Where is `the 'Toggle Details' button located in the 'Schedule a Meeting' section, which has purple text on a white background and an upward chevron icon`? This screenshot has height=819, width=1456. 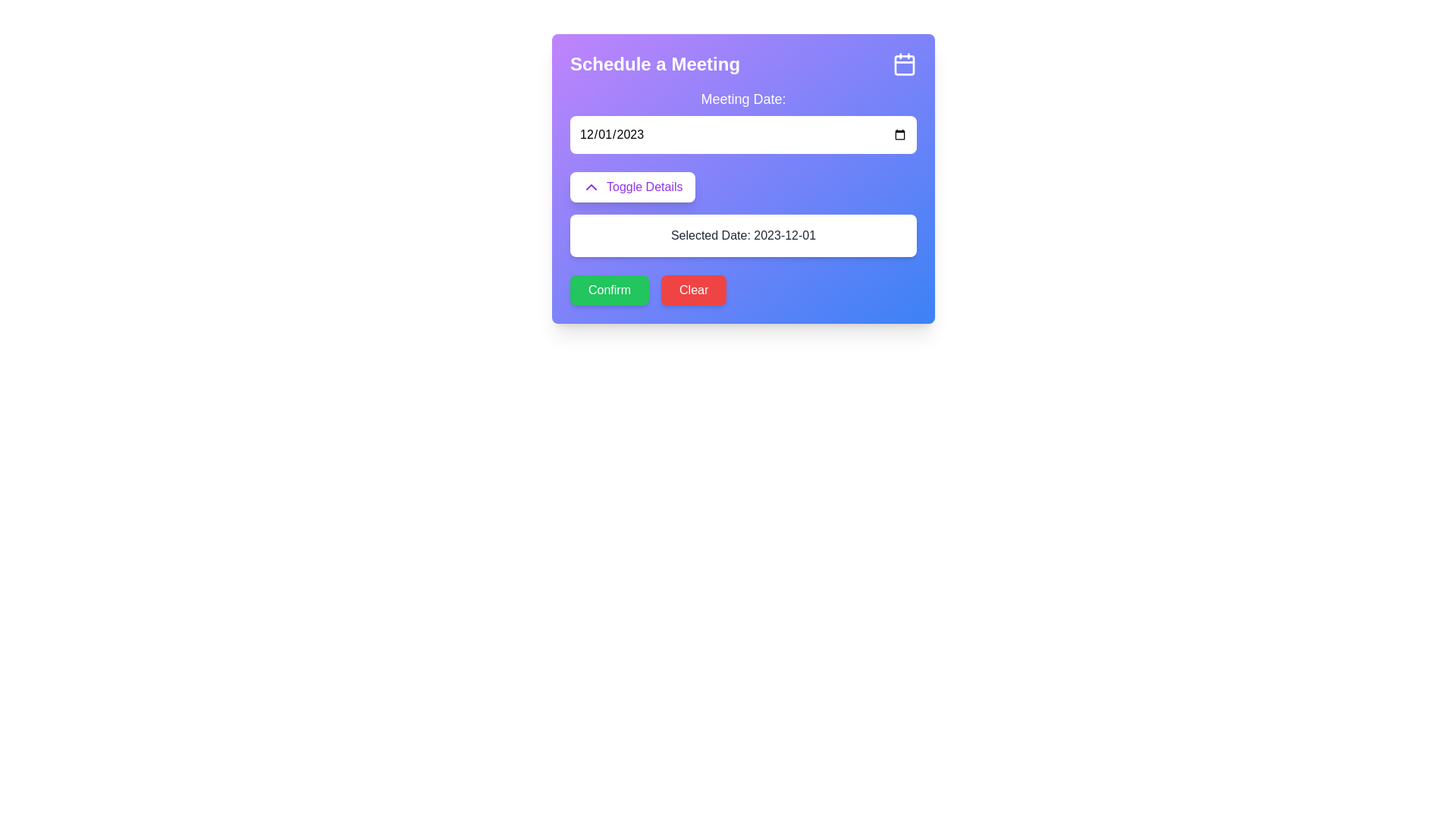 the 'Toggle Details' button located in the 'Schedule a Meeting' section, which has purple text on a white background and an upward chevron icon is located at coordinates (632, 186).